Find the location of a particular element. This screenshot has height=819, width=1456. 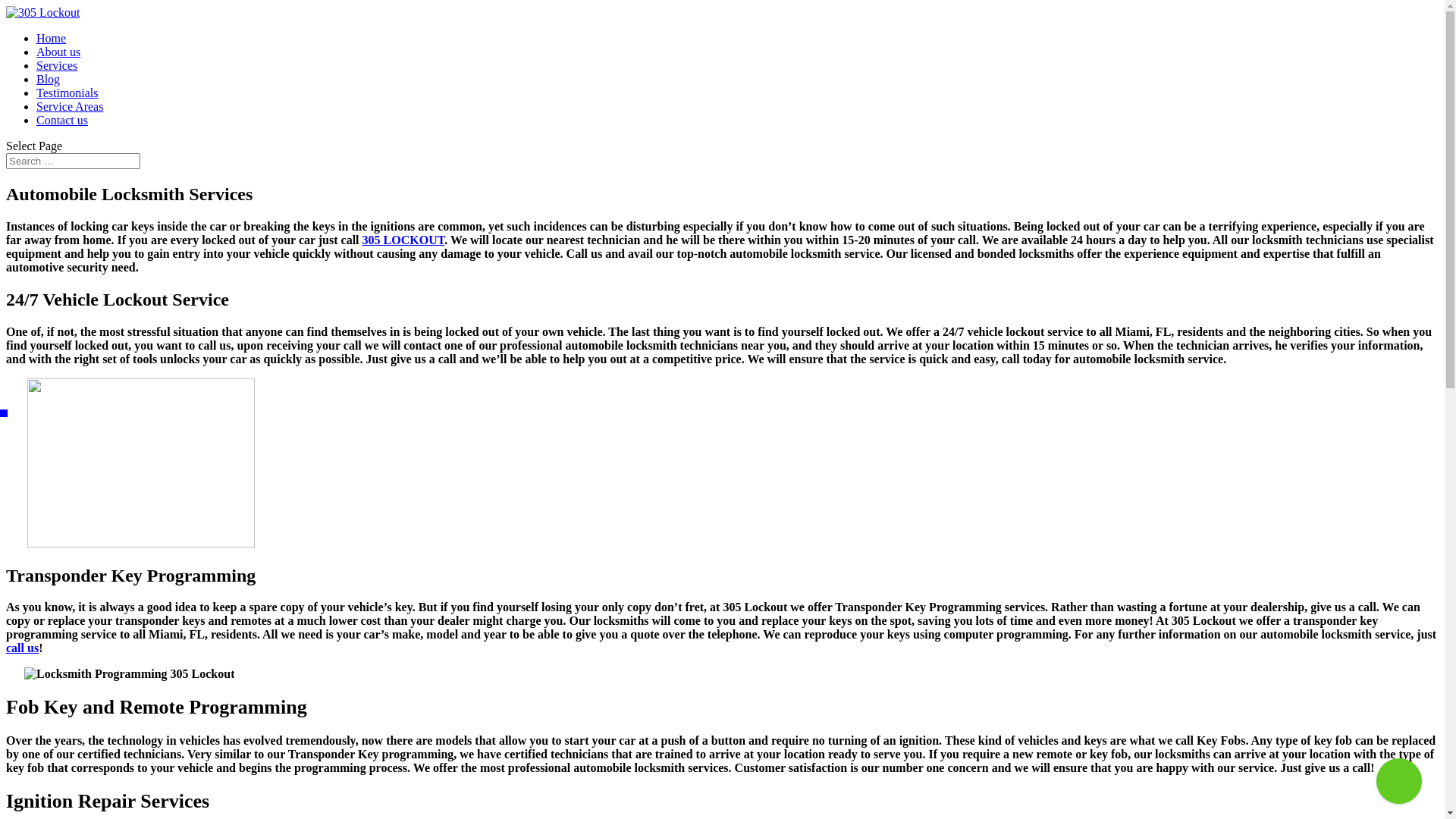

'Blog' is located at coordinates (48, 79).